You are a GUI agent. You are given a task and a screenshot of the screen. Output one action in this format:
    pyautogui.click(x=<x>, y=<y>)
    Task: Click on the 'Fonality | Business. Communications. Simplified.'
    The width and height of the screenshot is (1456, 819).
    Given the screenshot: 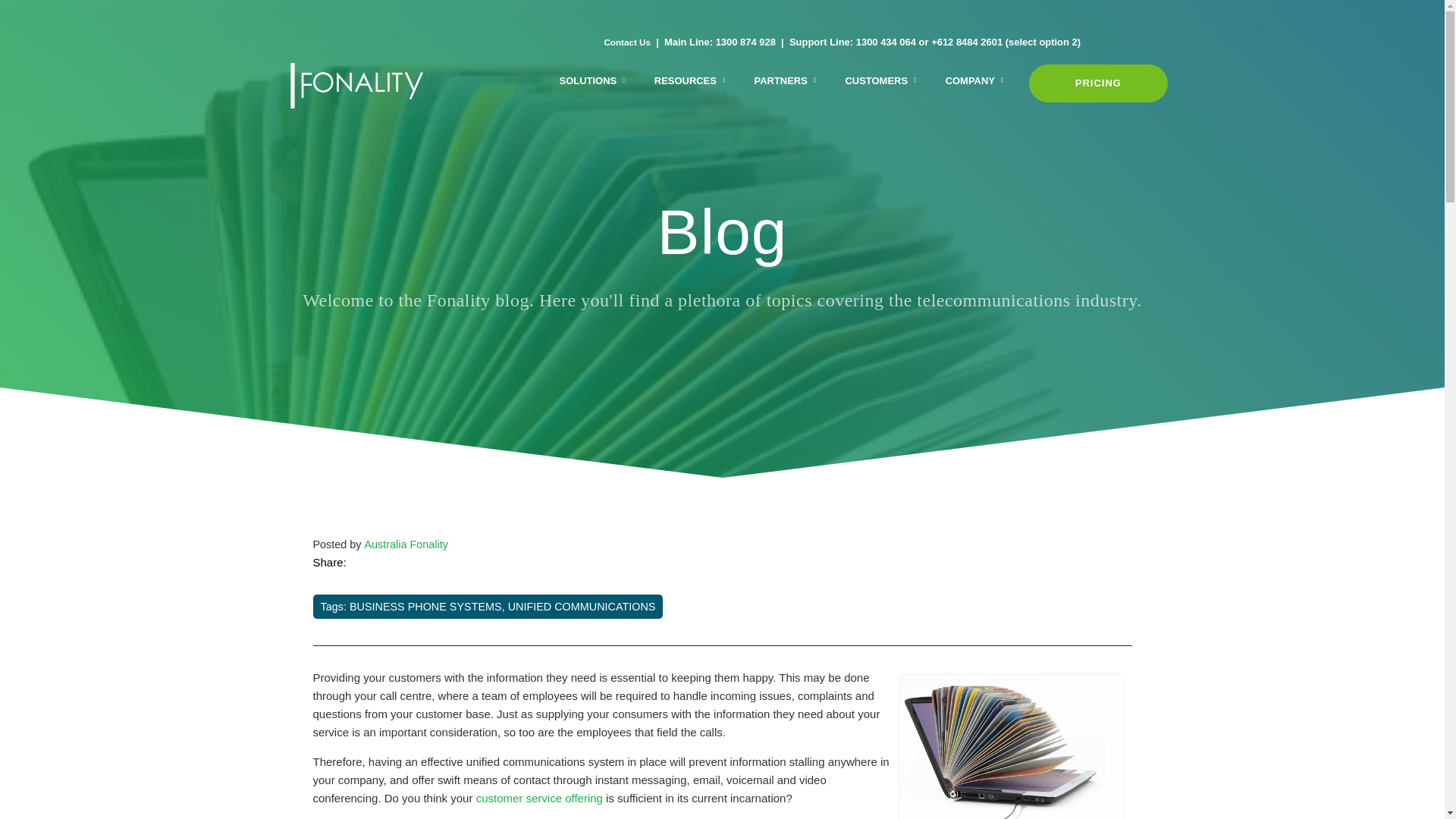 What is the action you would take?
    pyautogui.click(x=290, y=85)
    